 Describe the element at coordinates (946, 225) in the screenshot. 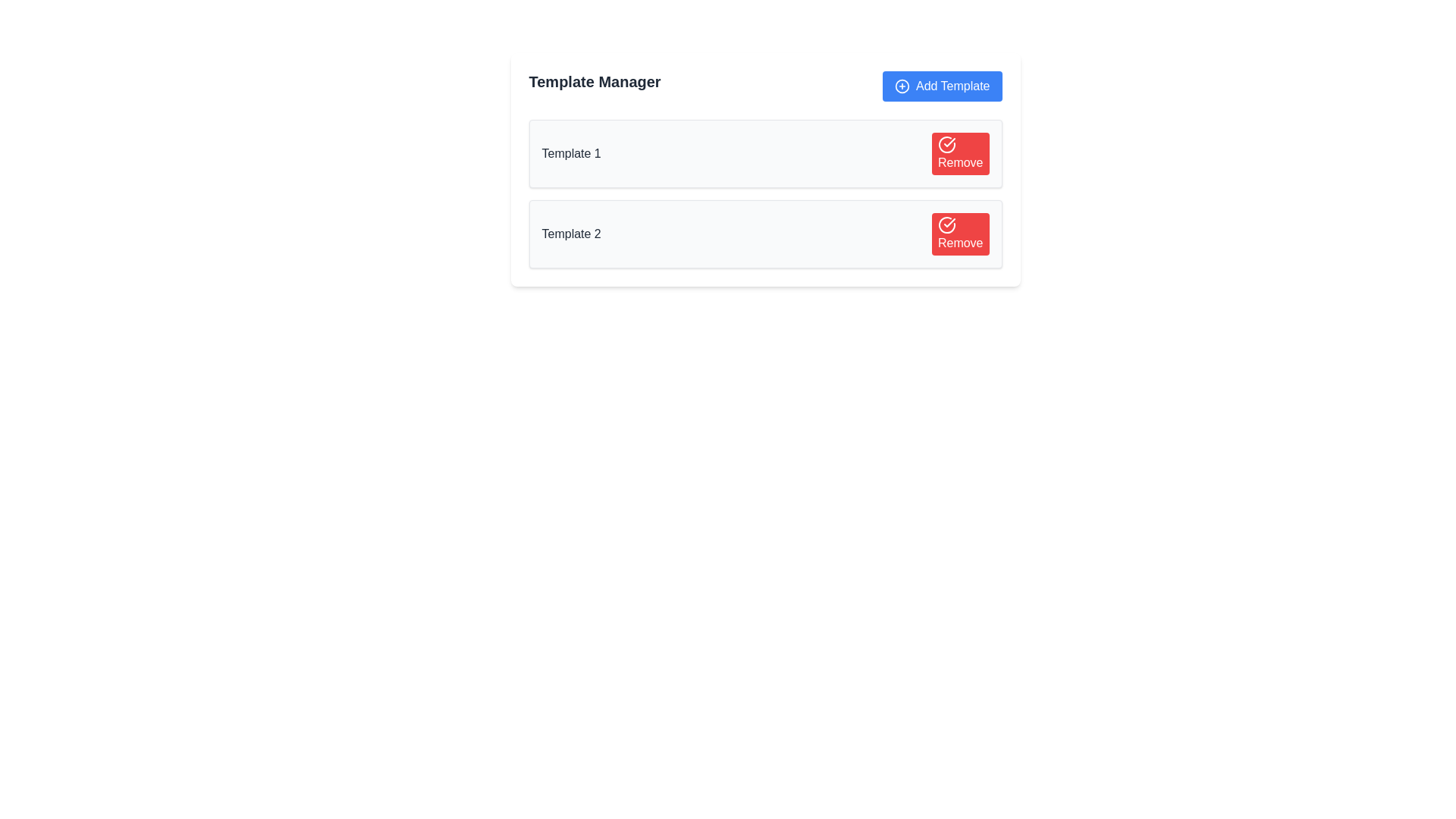

I see `the confirmation icon inside the red-colored 'Remove' button located on the far-right side of the 'Template Manager' interface` at that location.